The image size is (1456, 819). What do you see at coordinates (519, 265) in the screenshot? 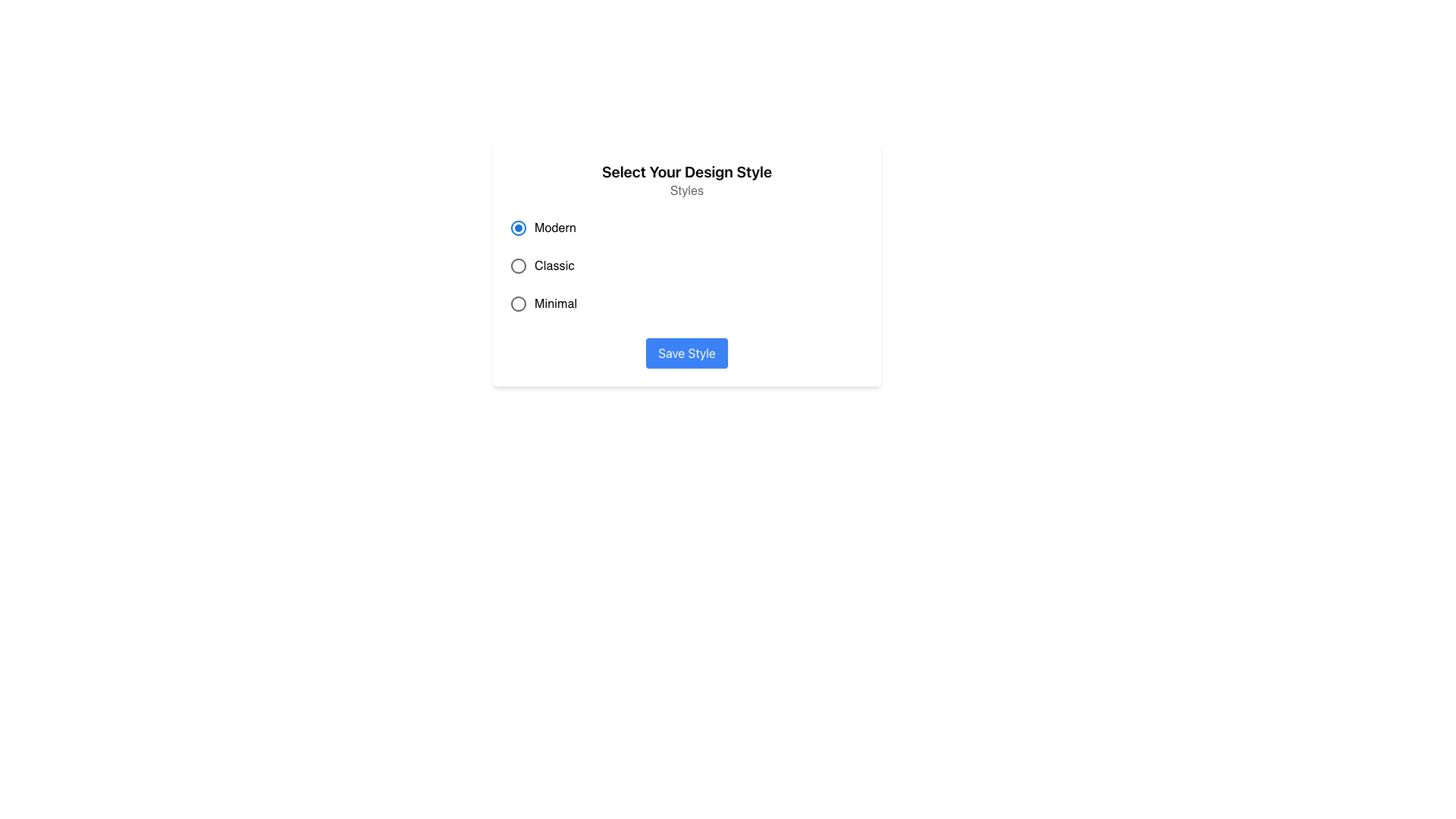
I see `the second radio button indicating the 'Classic' design style` at bounding box center [519, 265].